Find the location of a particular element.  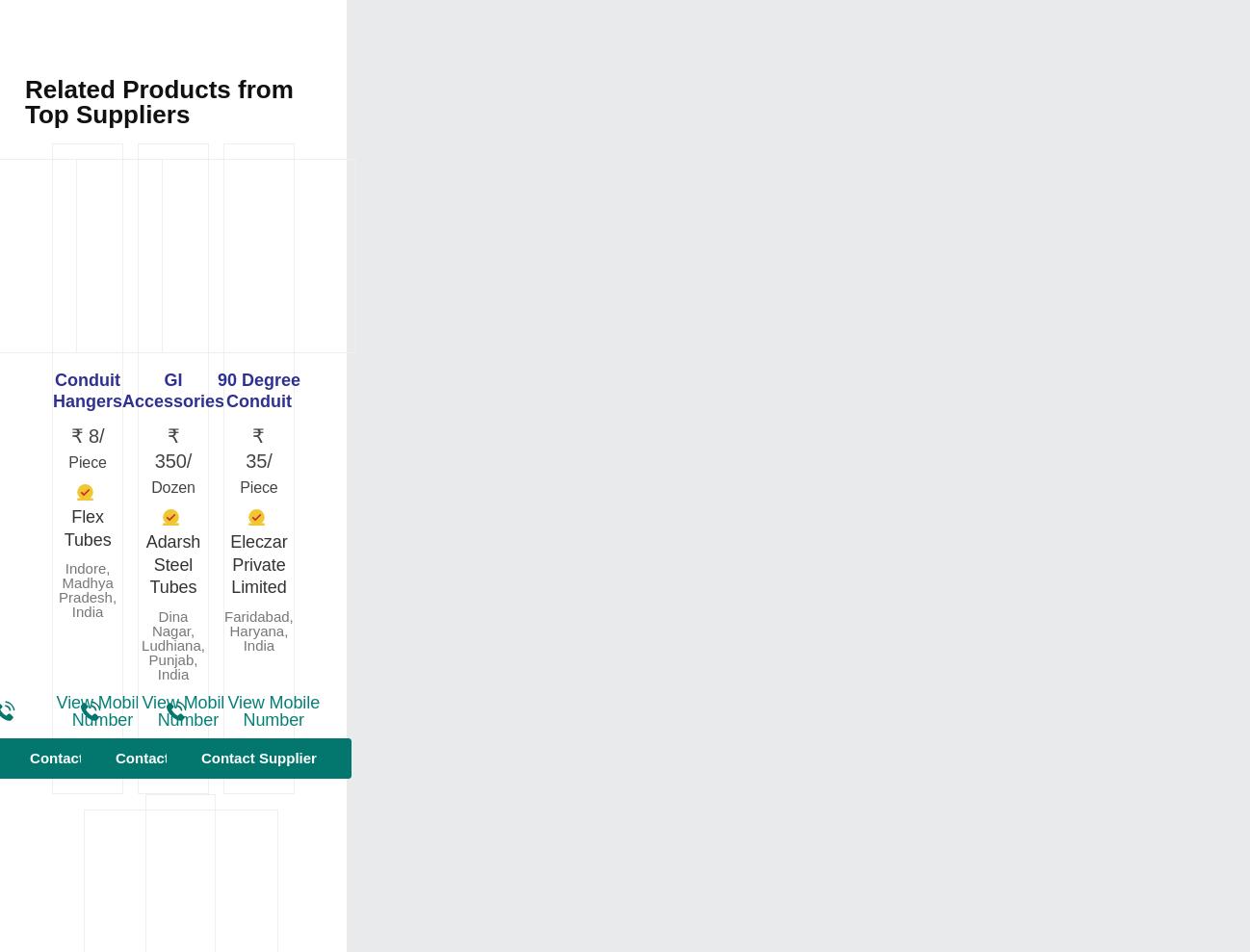

'₹  35/' is located at coordinates (257, 448).